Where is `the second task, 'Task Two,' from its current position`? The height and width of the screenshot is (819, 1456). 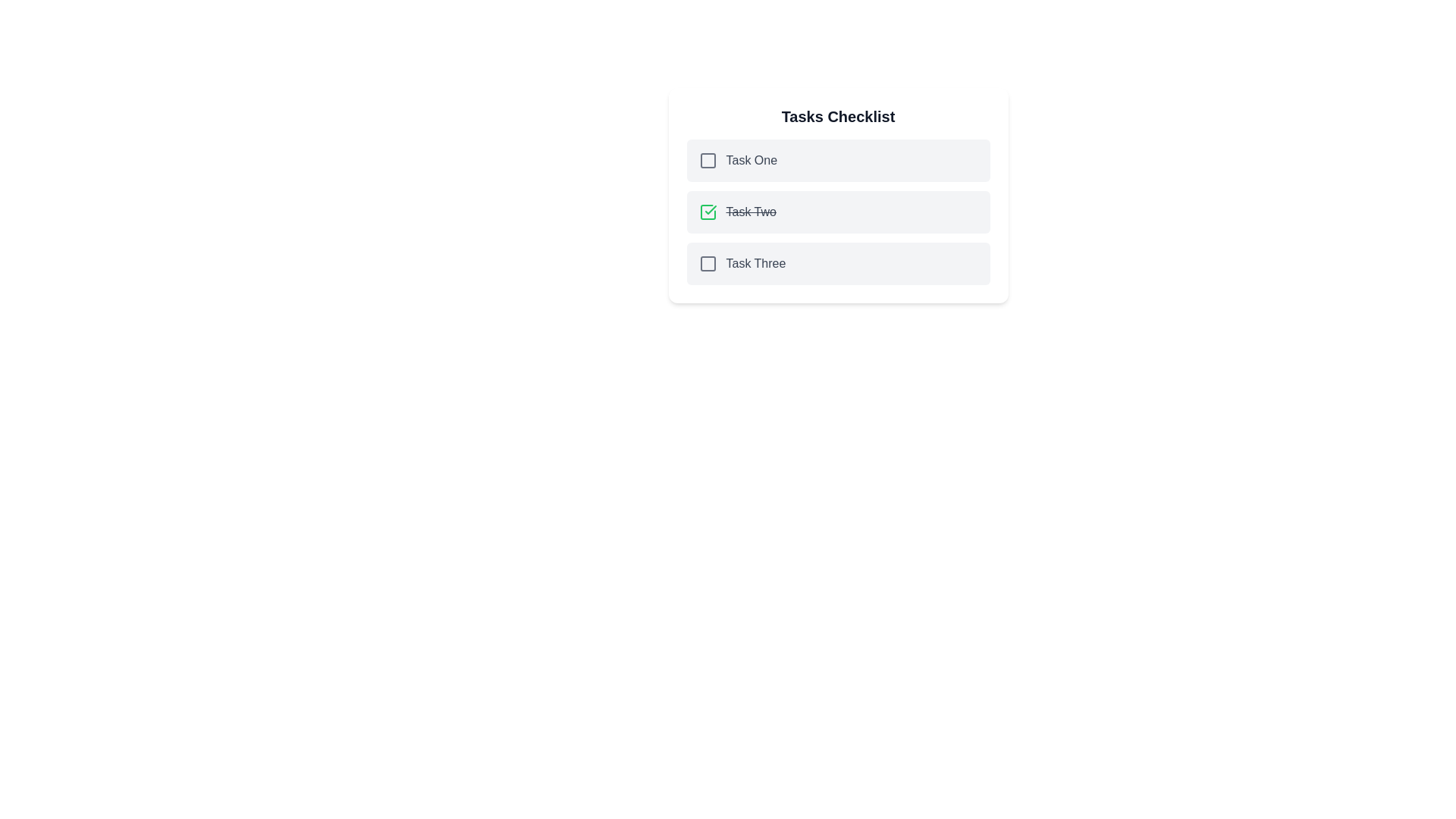
the second task, 'Task Two,' from its current position is located at coordinates (837, 212).